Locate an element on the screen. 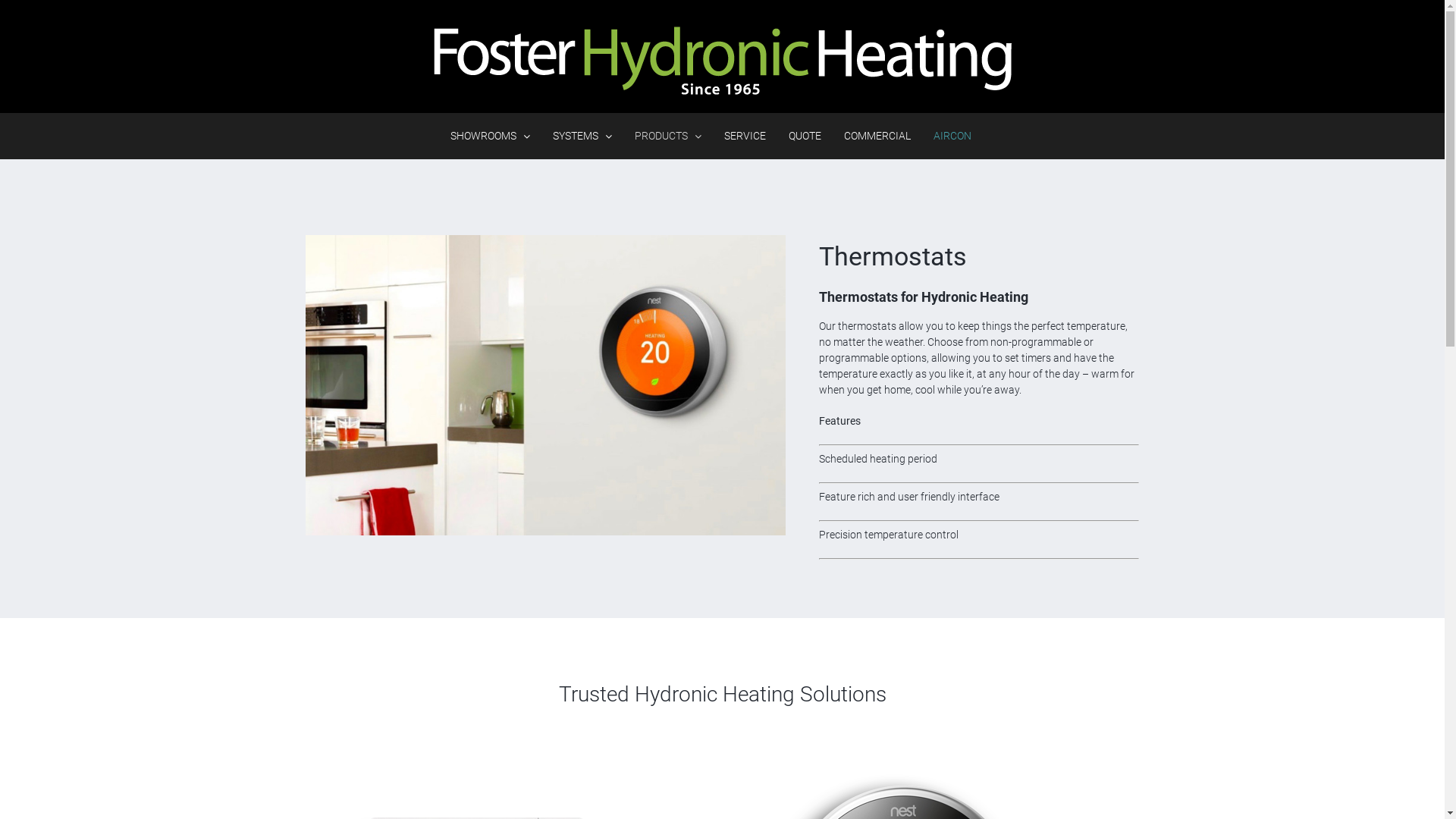 This screenshot has height=819, width=1456. 'AIRCON' is located at coordinates (952, 134).